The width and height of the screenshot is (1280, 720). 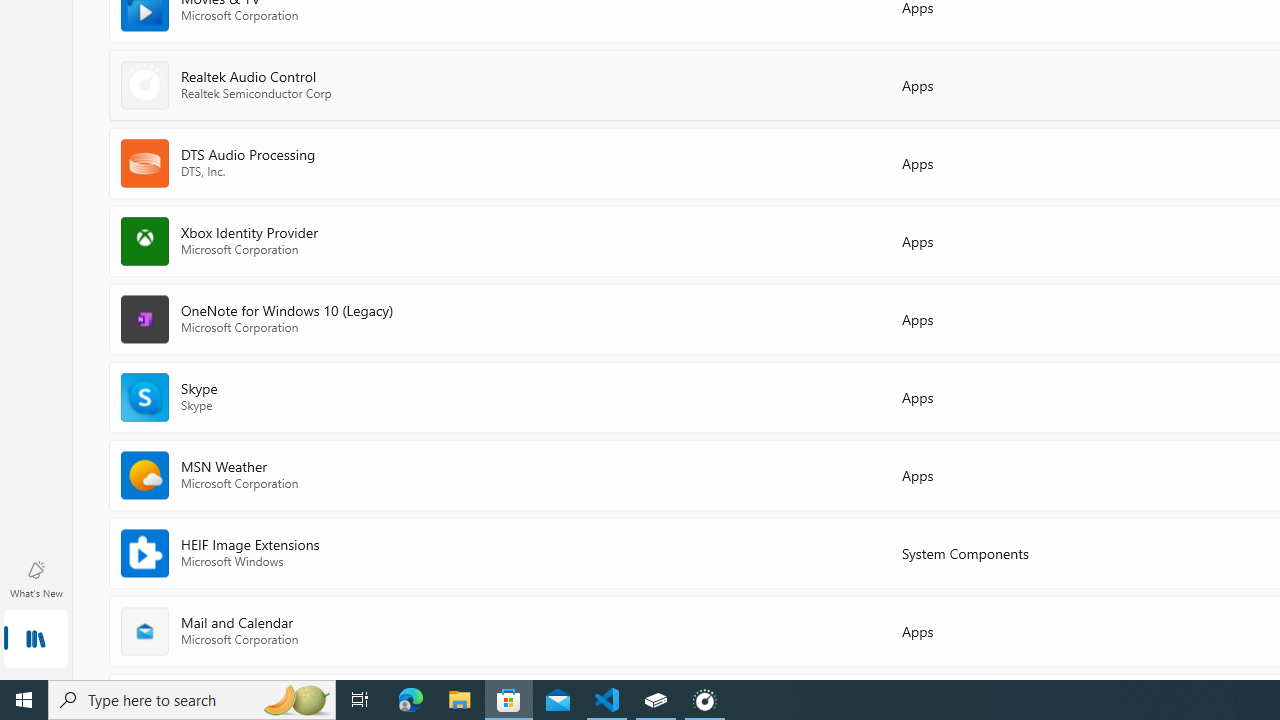 I want to click on 'What', so click(x=35, y=578).